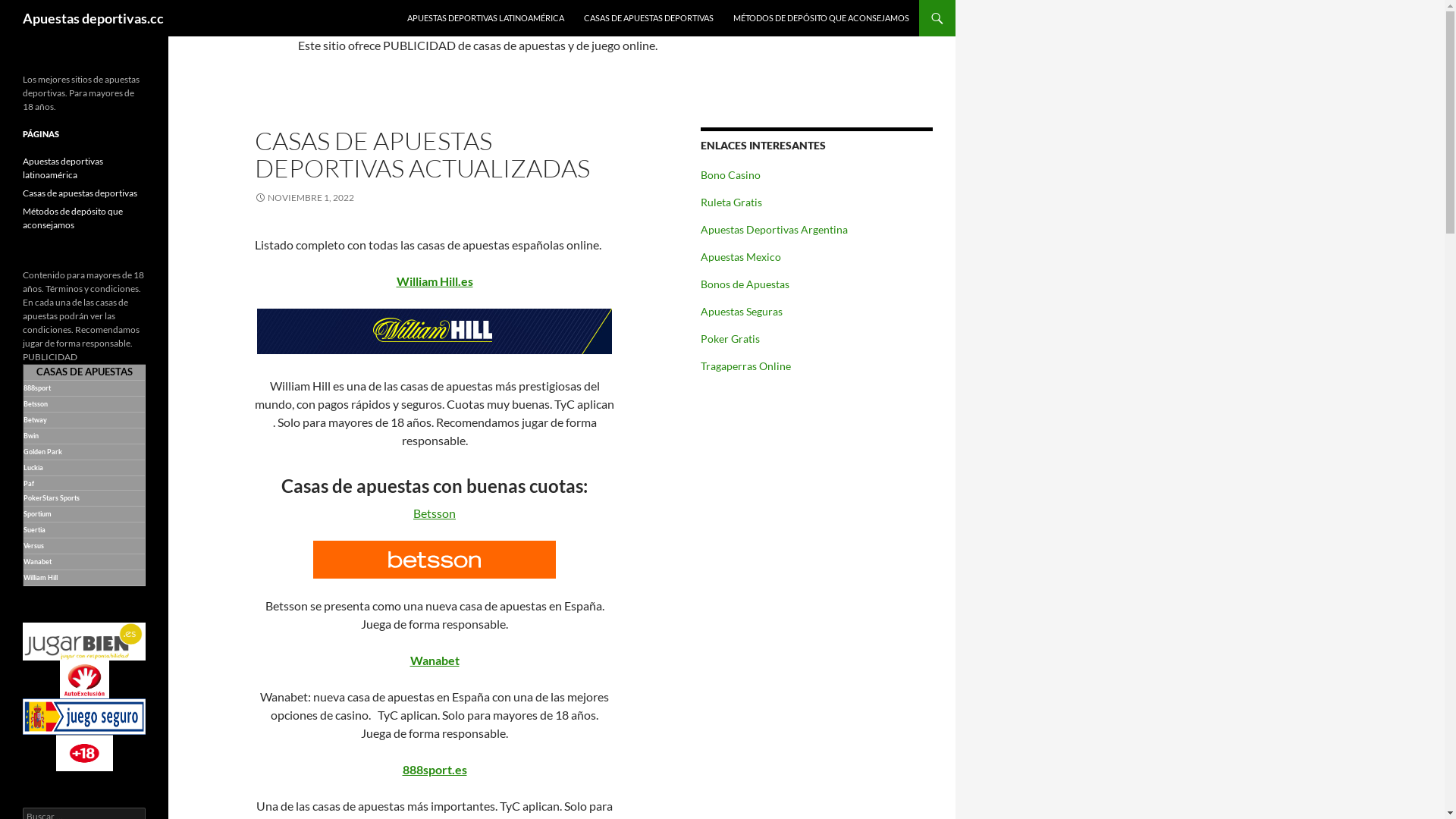  Describe the element at coordinates (51, 497) in the screenshot. I see `'PokerStars Sports'` at that location.